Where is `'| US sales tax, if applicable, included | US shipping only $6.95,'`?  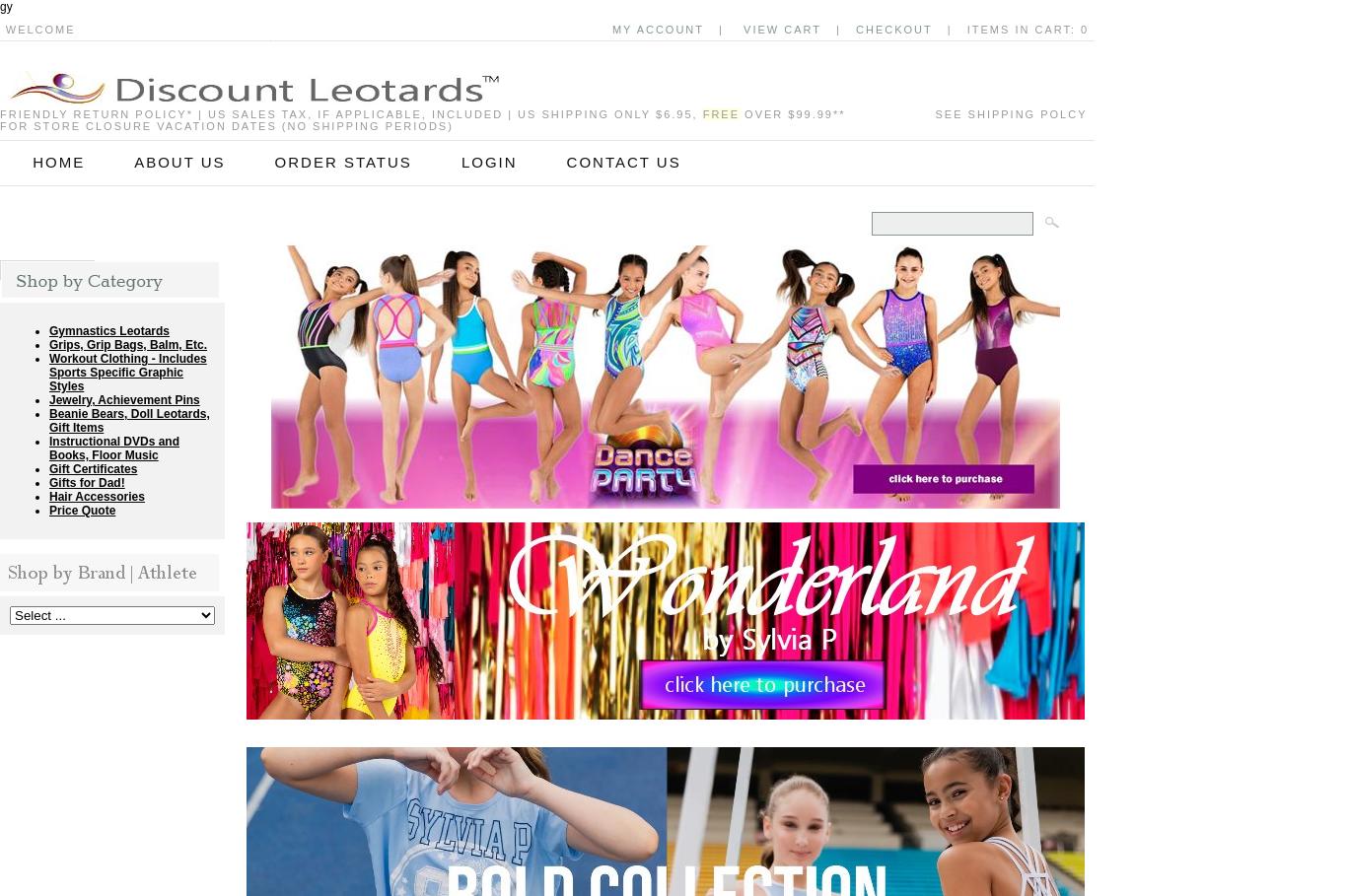 '| US sales tax, if applicable, included | US shipping only $6.95,' is located at coordinates (450, 113).